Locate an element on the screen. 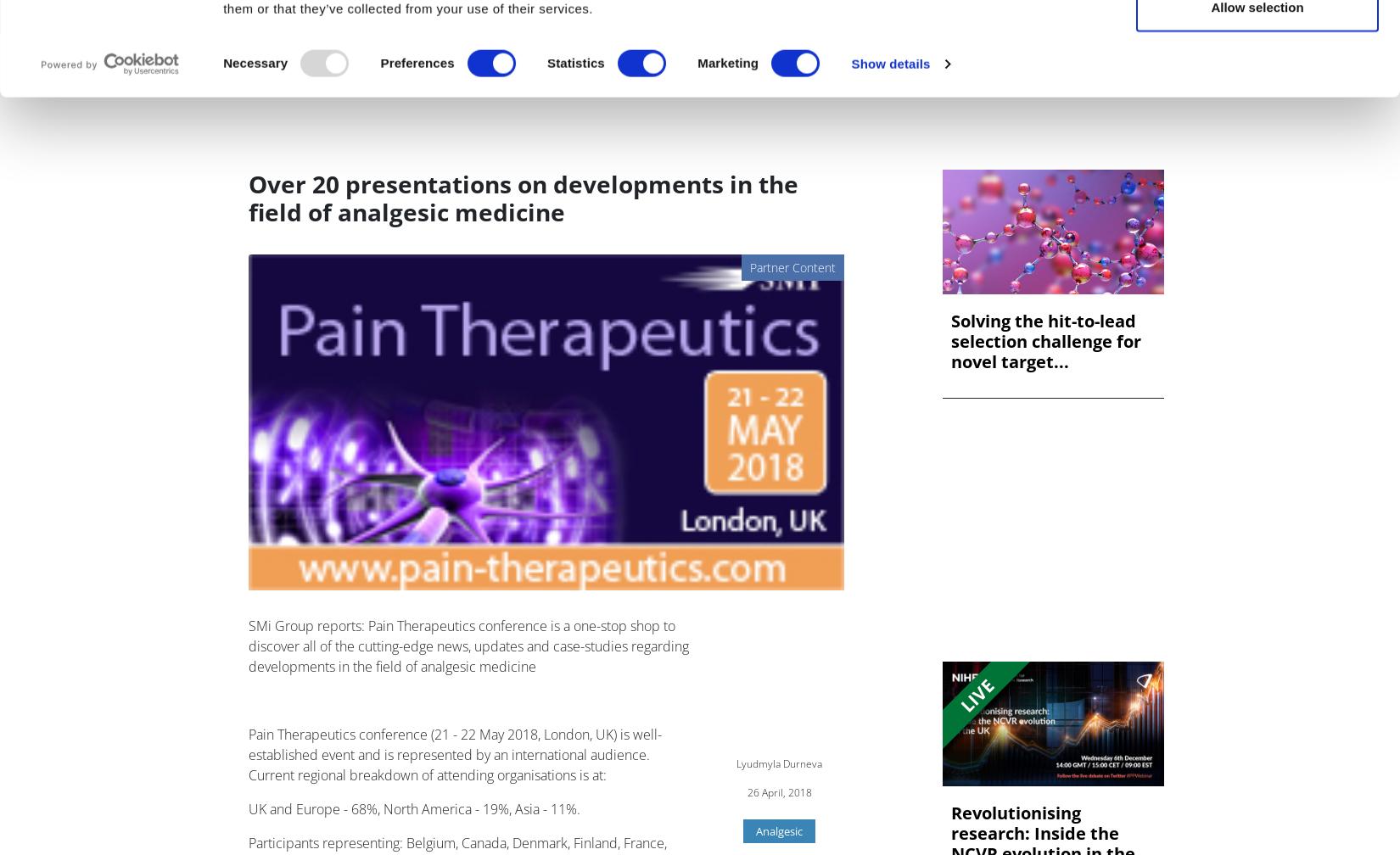  'Solving the hit-to-lead selection challenge for novel target...' is located at coordinates (1045, 340).